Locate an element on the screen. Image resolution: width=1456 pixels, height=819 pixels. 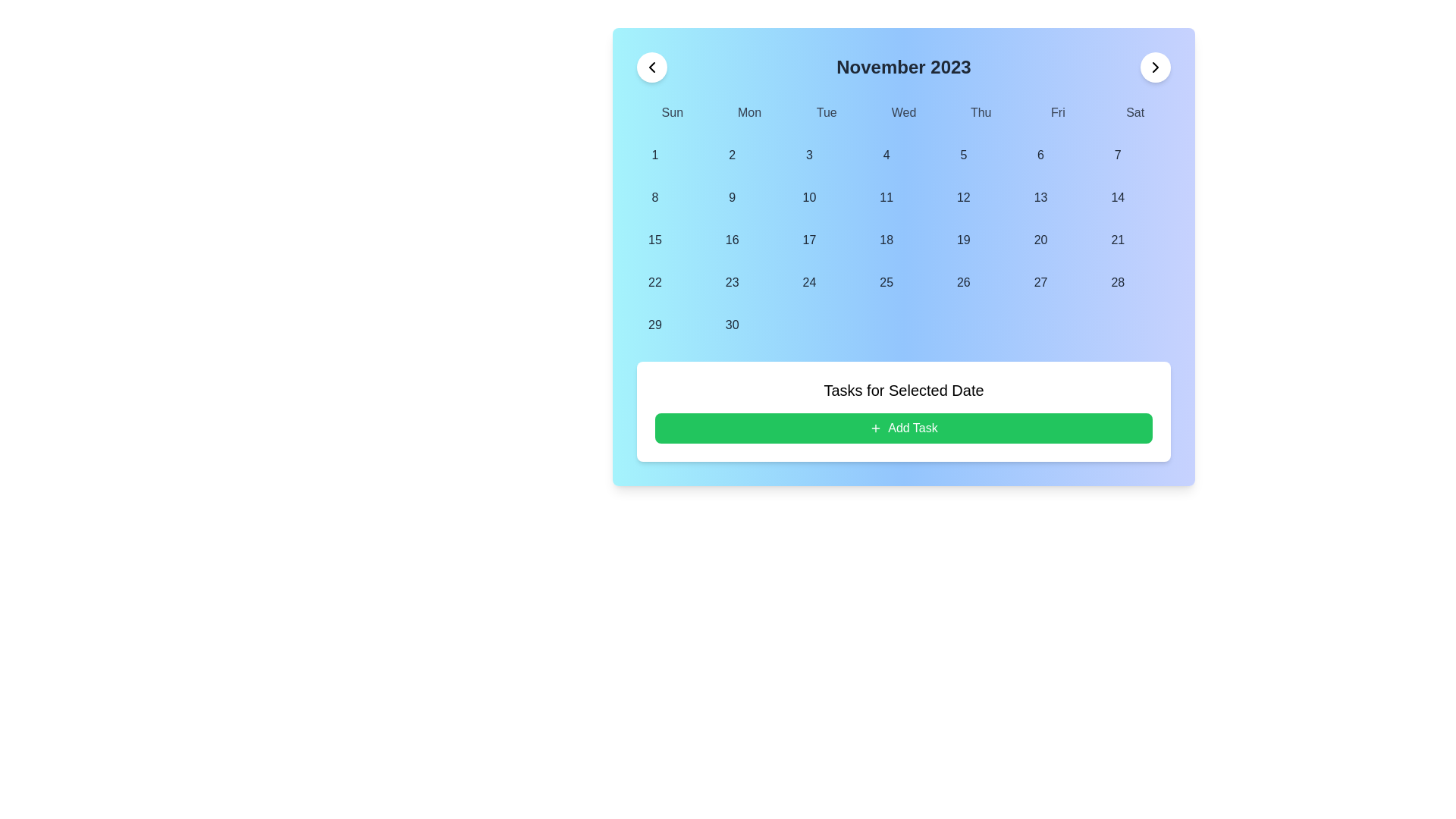
the text label representing 'Wednesday', which is the fourth element in the sequence of days displayed in the calendar interface is located at coordinates (903, 112).